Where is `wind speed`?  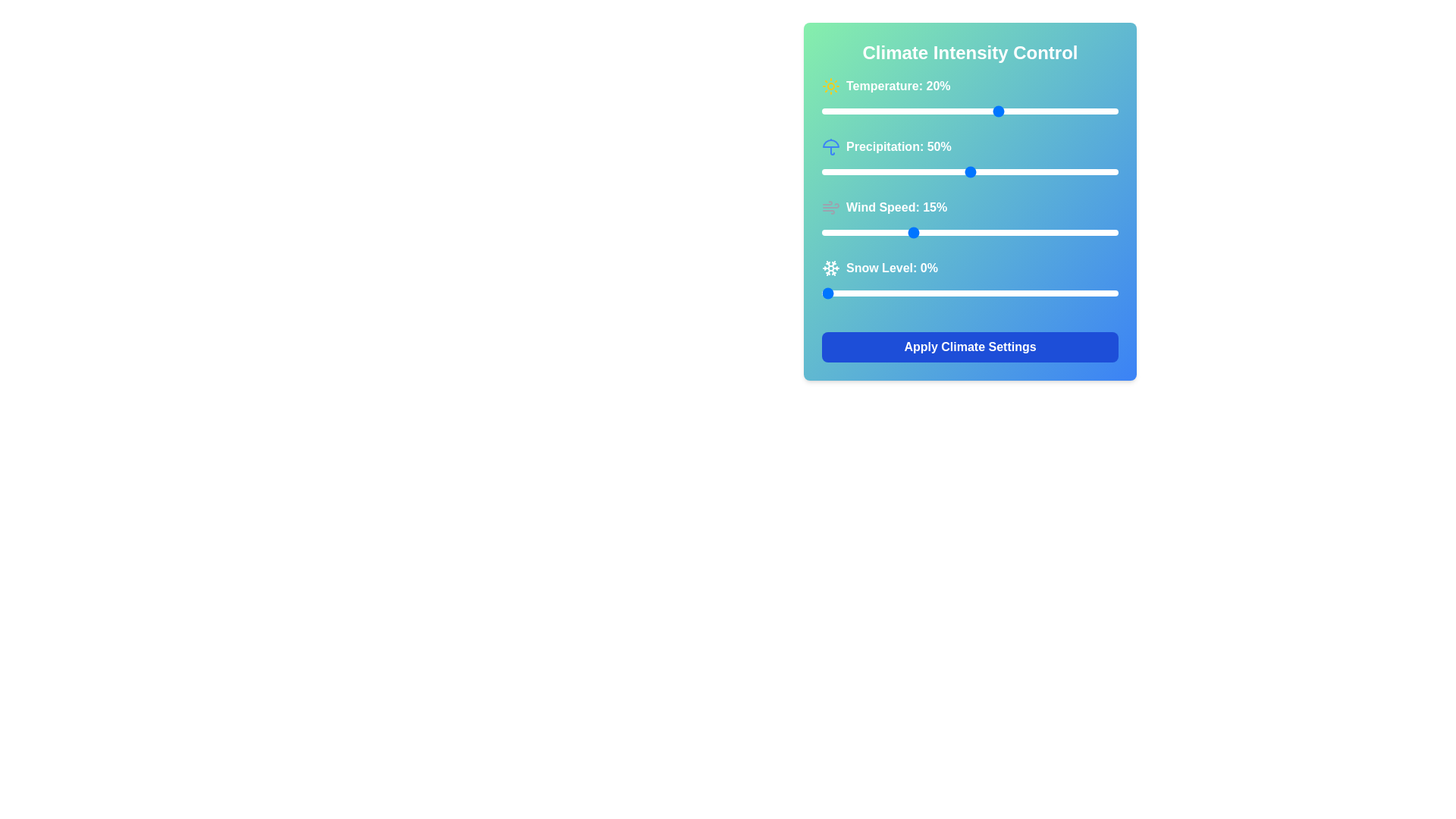
wind speed is located at coordinates (1058, 233).